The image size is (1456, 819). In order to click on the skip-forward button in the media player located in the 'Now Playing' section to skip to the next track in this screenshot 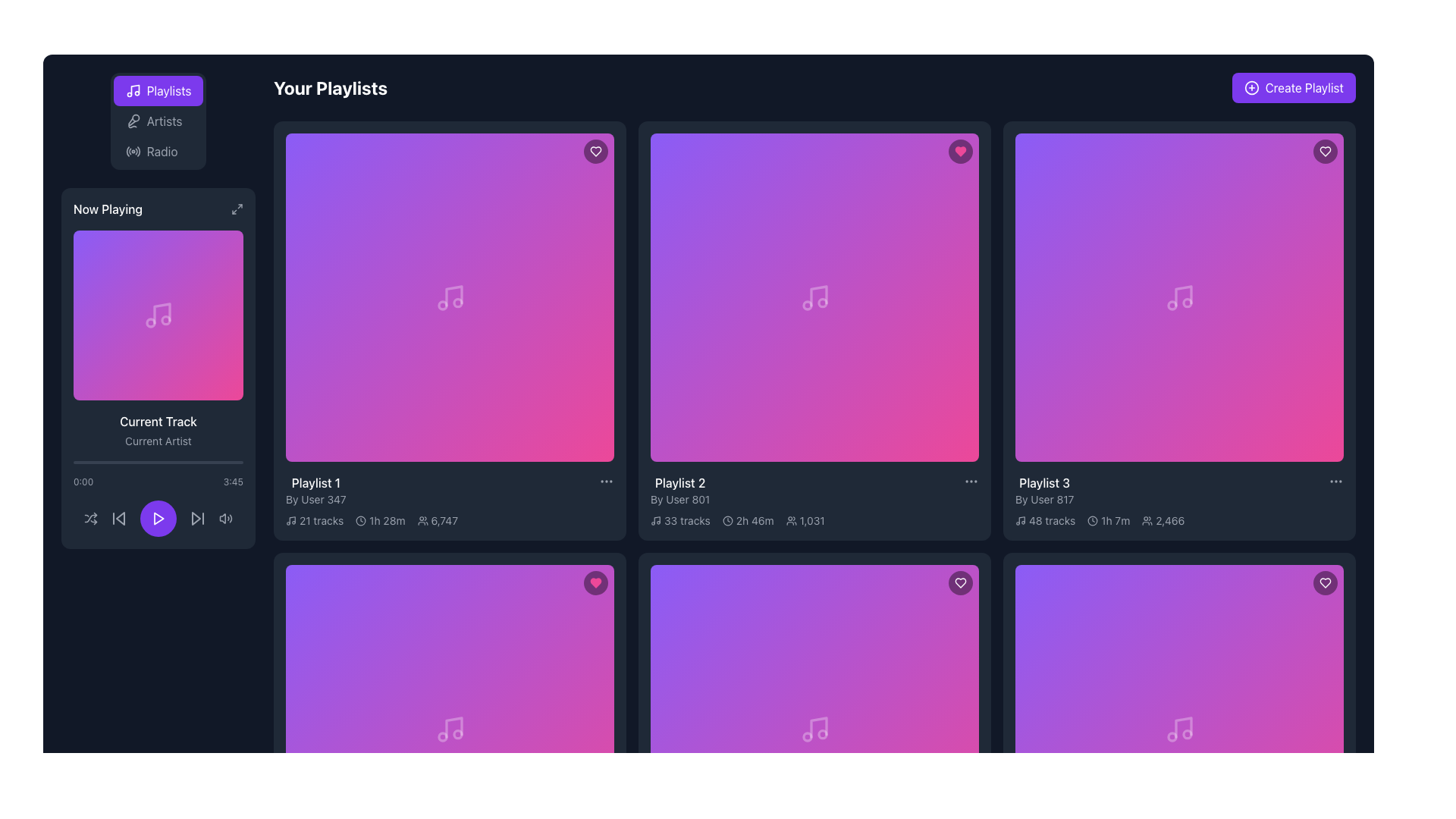, I will do `click(196, 517)`.